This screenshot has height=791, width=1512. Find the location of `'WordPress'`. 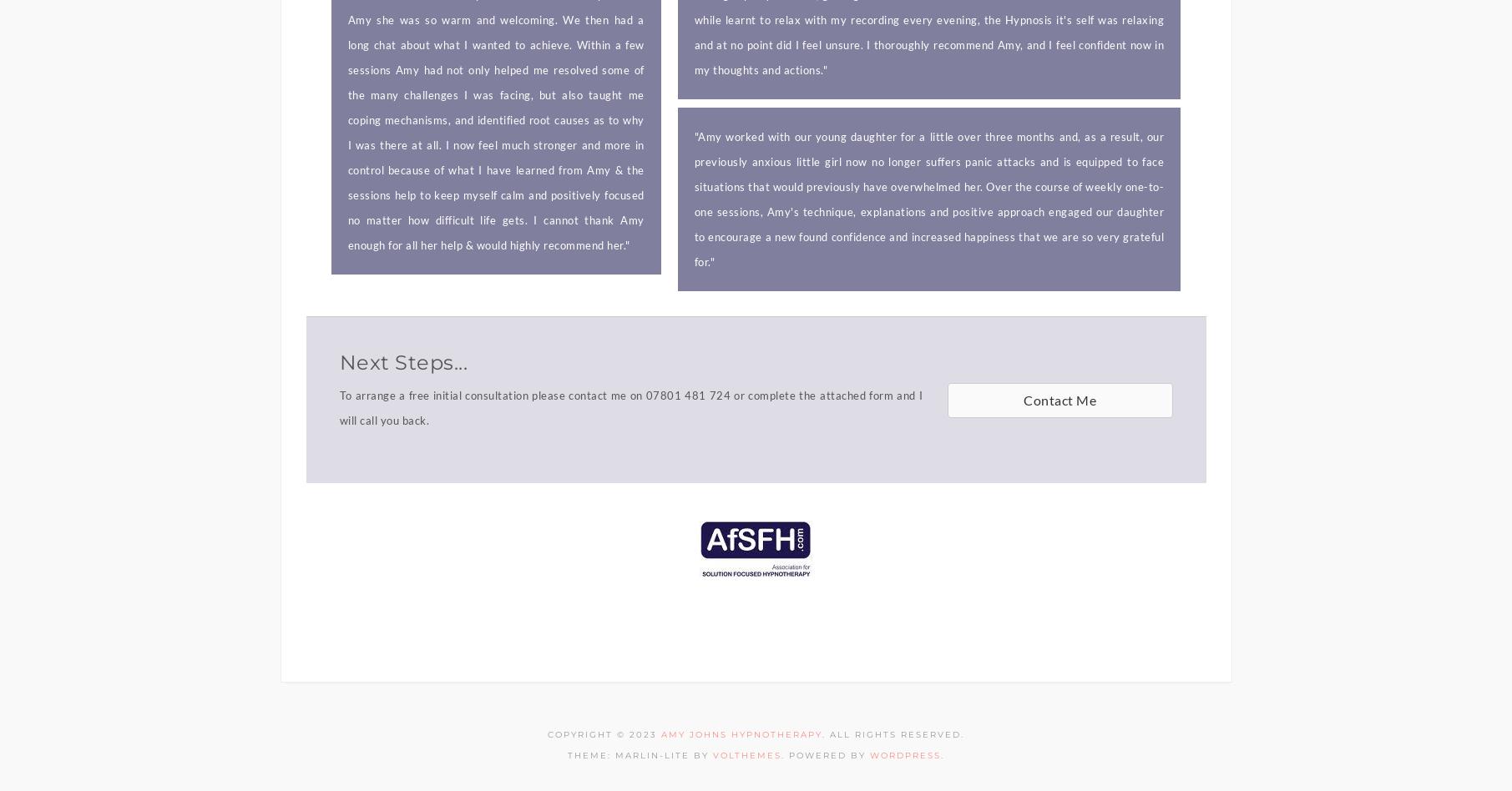

'WordPress' is located at coordinates (905, 754).